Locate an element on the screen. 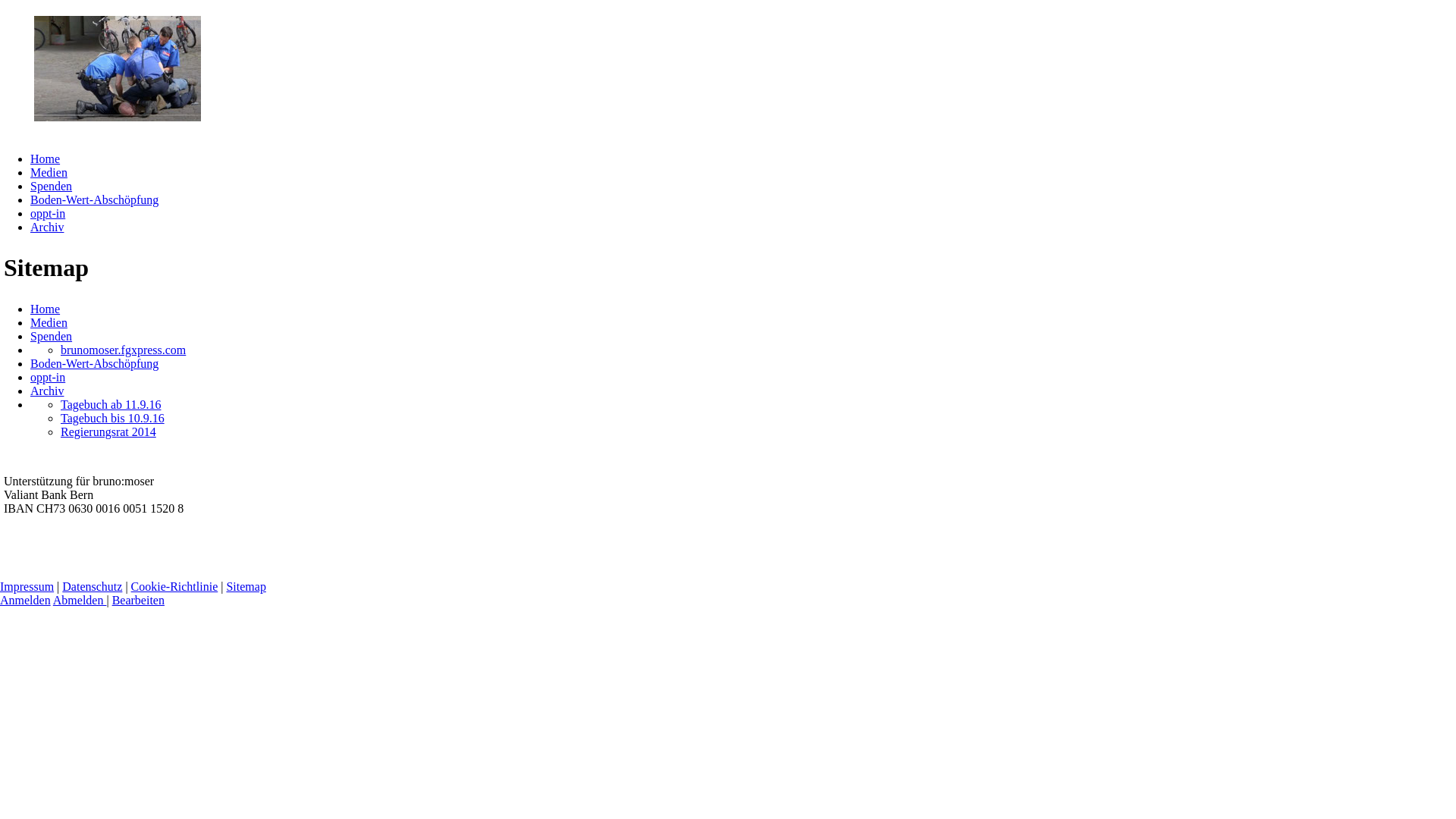 This screenshot has height=819, width=1456. 'Datenschutz' is located at coordinates (91, 585).